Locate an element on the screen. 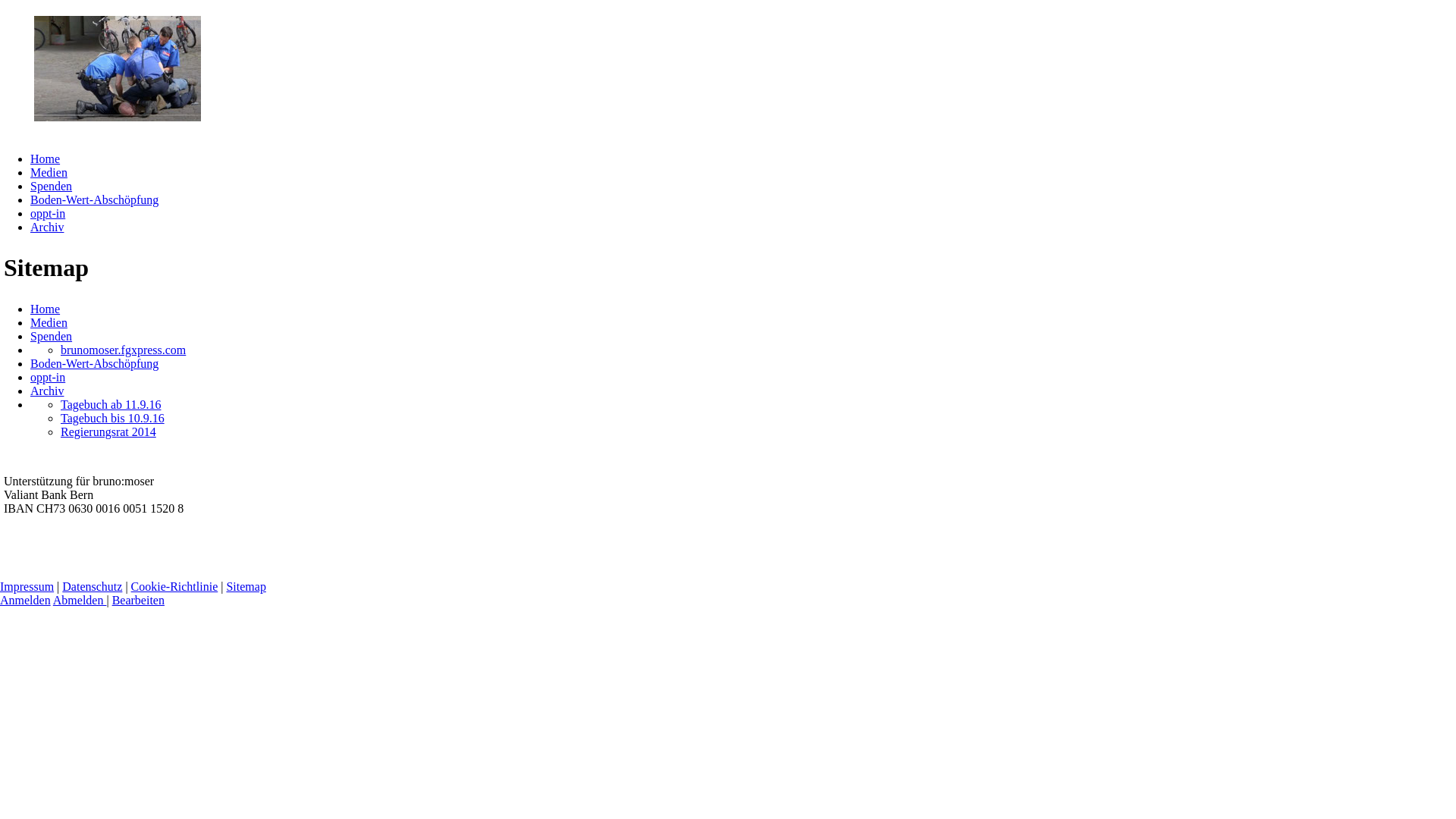 This screenshot has height=819, width=1456. 'Datenschutz' is located at coordinates (91, 585).